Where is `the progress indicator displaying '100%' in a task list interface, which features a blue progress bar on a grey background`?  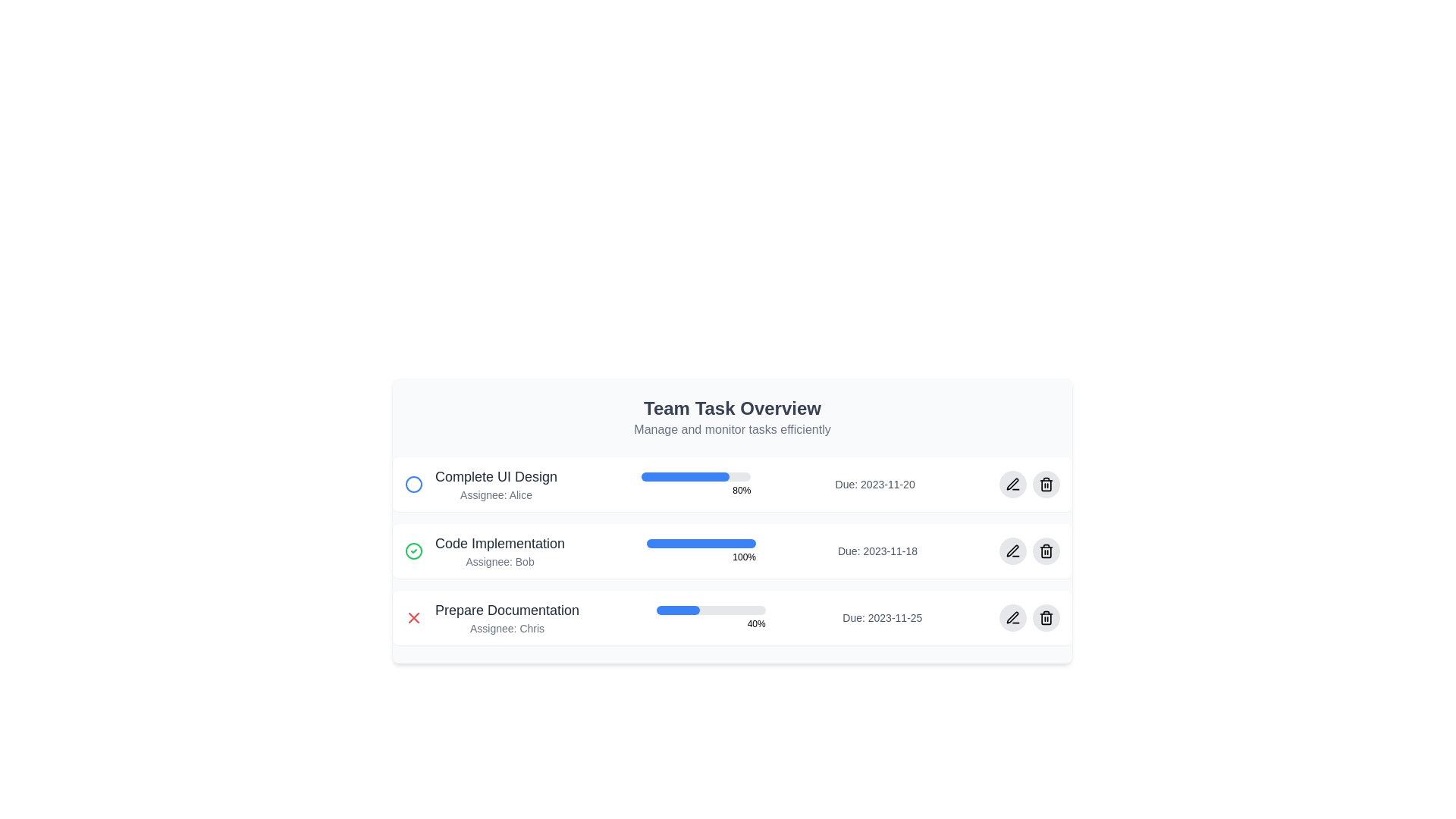 the progress indicator displaying '100%' in a task list interface, which features a blue progress bar on a grey background is located at coordinates (701, 551).